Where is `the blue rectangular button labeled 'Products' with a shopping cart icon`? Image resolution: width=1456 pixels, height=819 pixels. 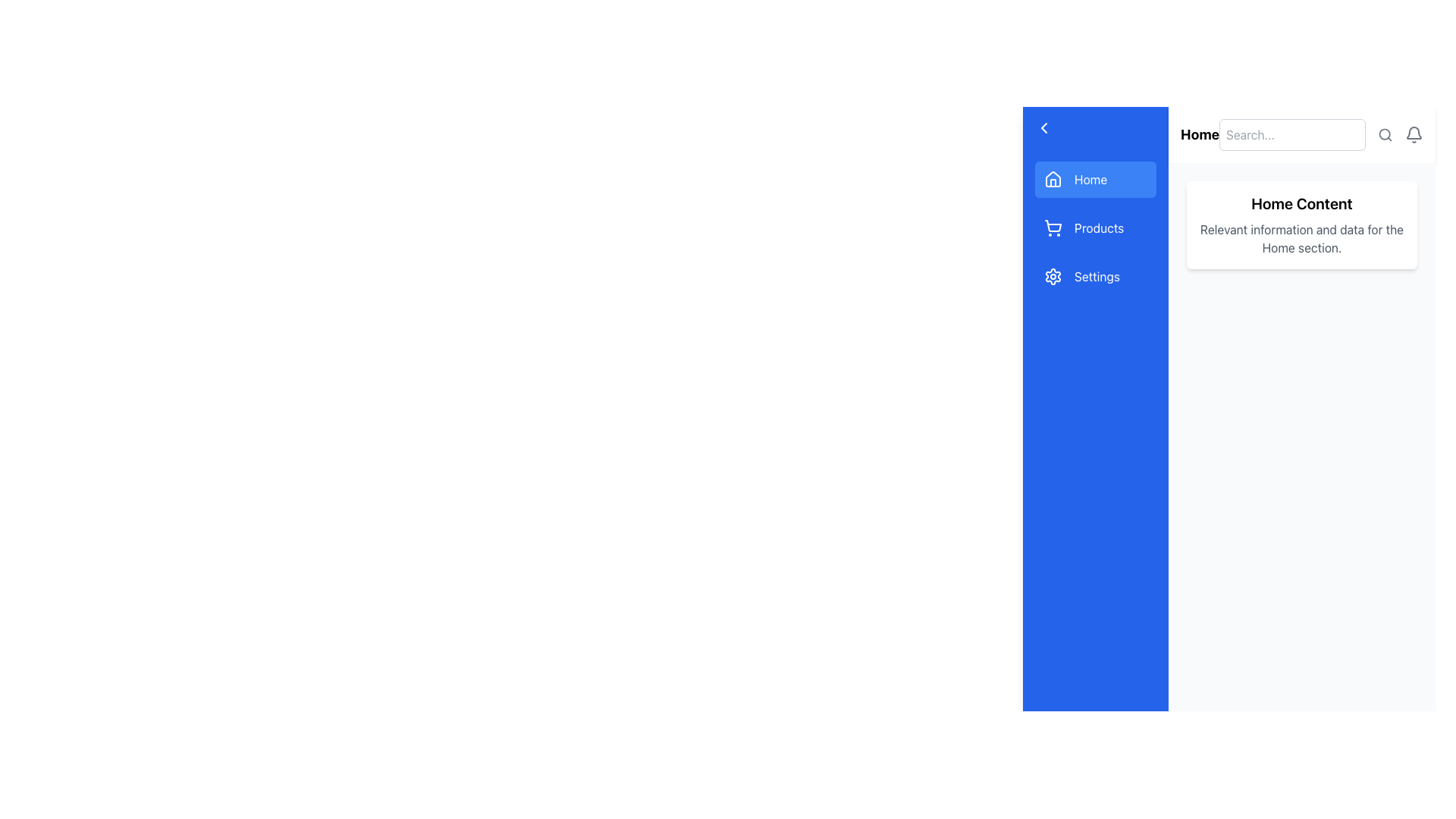 the blue rectangular button labeled 'Products' with a shopping cart icon is located at coordinates (1095, 227).